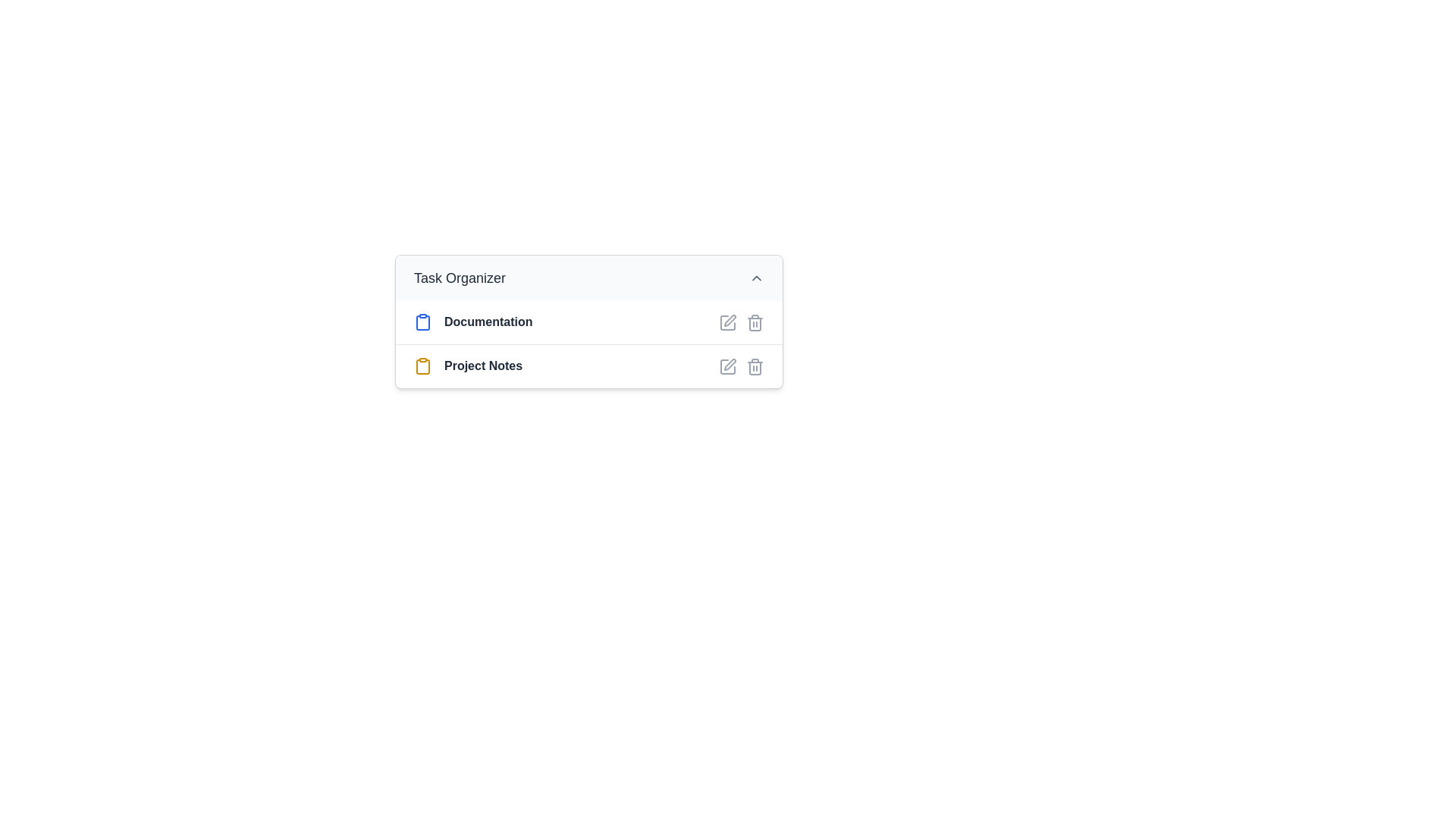 The height and width of the screenshot is (819, 1456). What do you see at coordinates (728, 321) in the screenshot?
I see `the pencil icon button, which is located to the right of the 'Documentation' list item in the 'Task Organizer' section` at bounding box center [728, 321].